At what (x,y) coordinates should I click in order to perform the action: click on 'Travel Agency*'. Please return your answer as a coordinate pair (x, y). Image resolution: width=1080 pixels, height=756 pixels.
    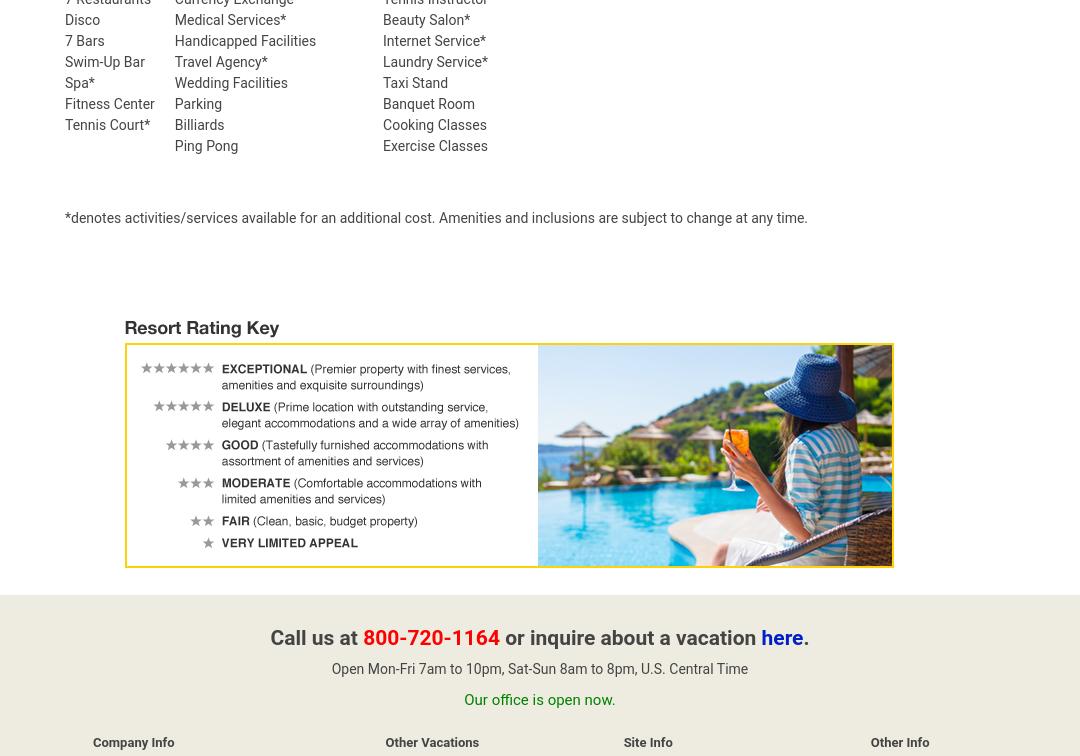
    Looking at the image, I should click on (220, 61).